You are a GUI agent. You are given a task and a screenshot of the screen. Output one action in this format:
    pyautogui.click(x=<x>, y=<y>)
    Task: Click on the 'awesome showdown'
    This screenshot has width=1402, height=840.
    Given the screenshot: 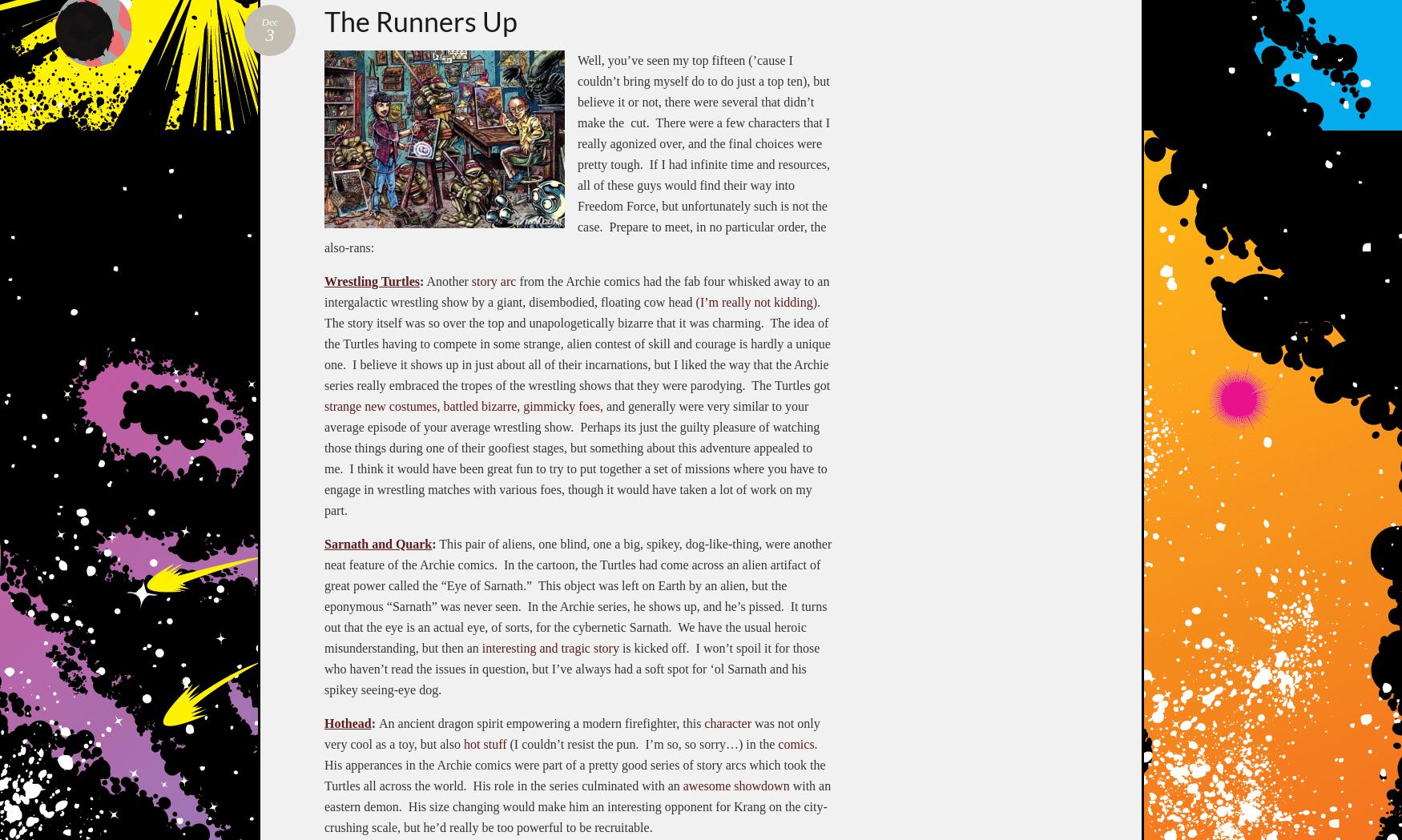 What is the action you would take?
    pyautogui.click(x=735, y=784)
    